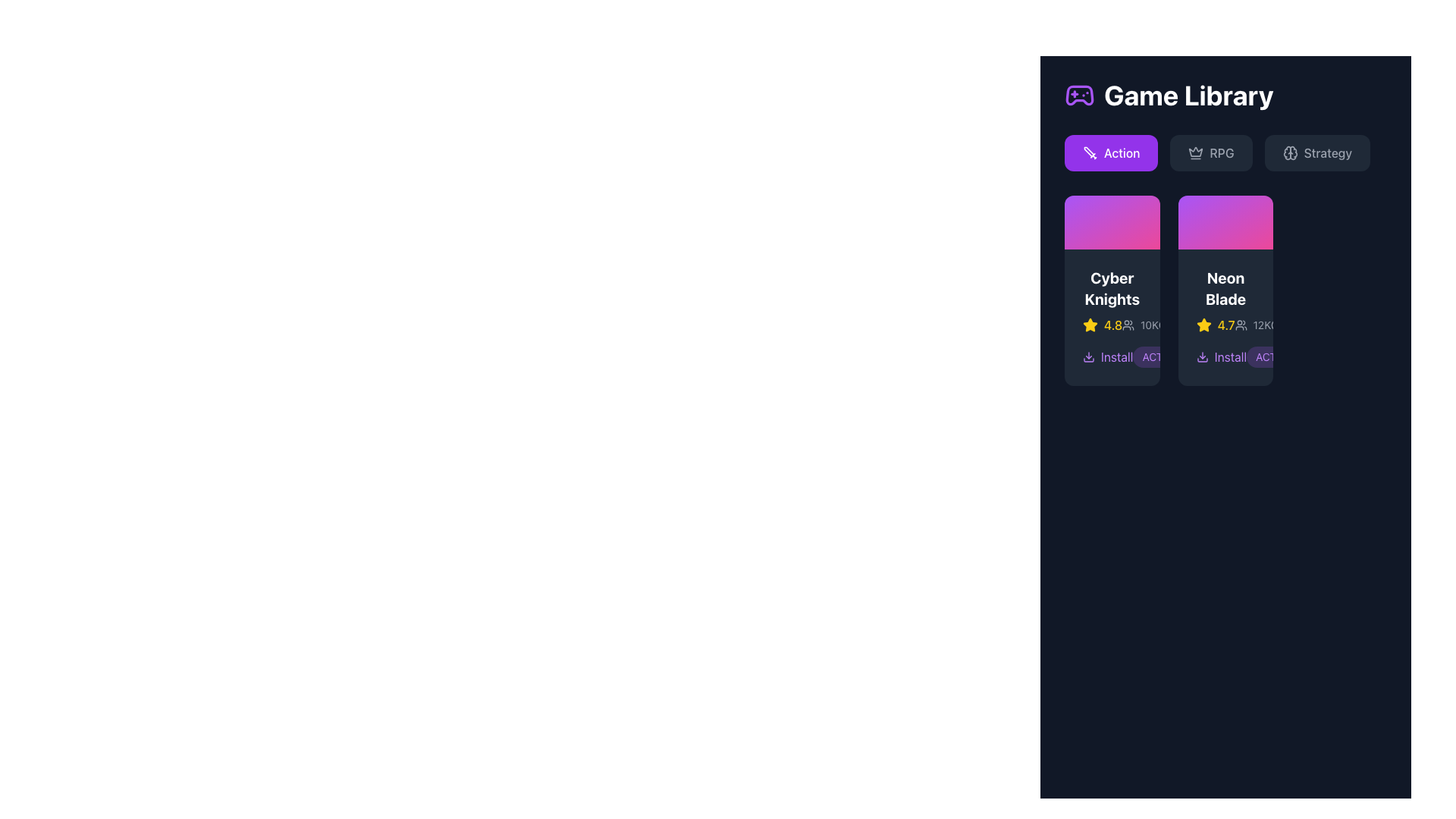  Describe the element at coordinates (1113, 324) in the screenshot. I see `numerical value displayed by the Text Label indicating the rating score for the game item 'Cyber Knights', which is positioned next to a yellow star icon` at that location.